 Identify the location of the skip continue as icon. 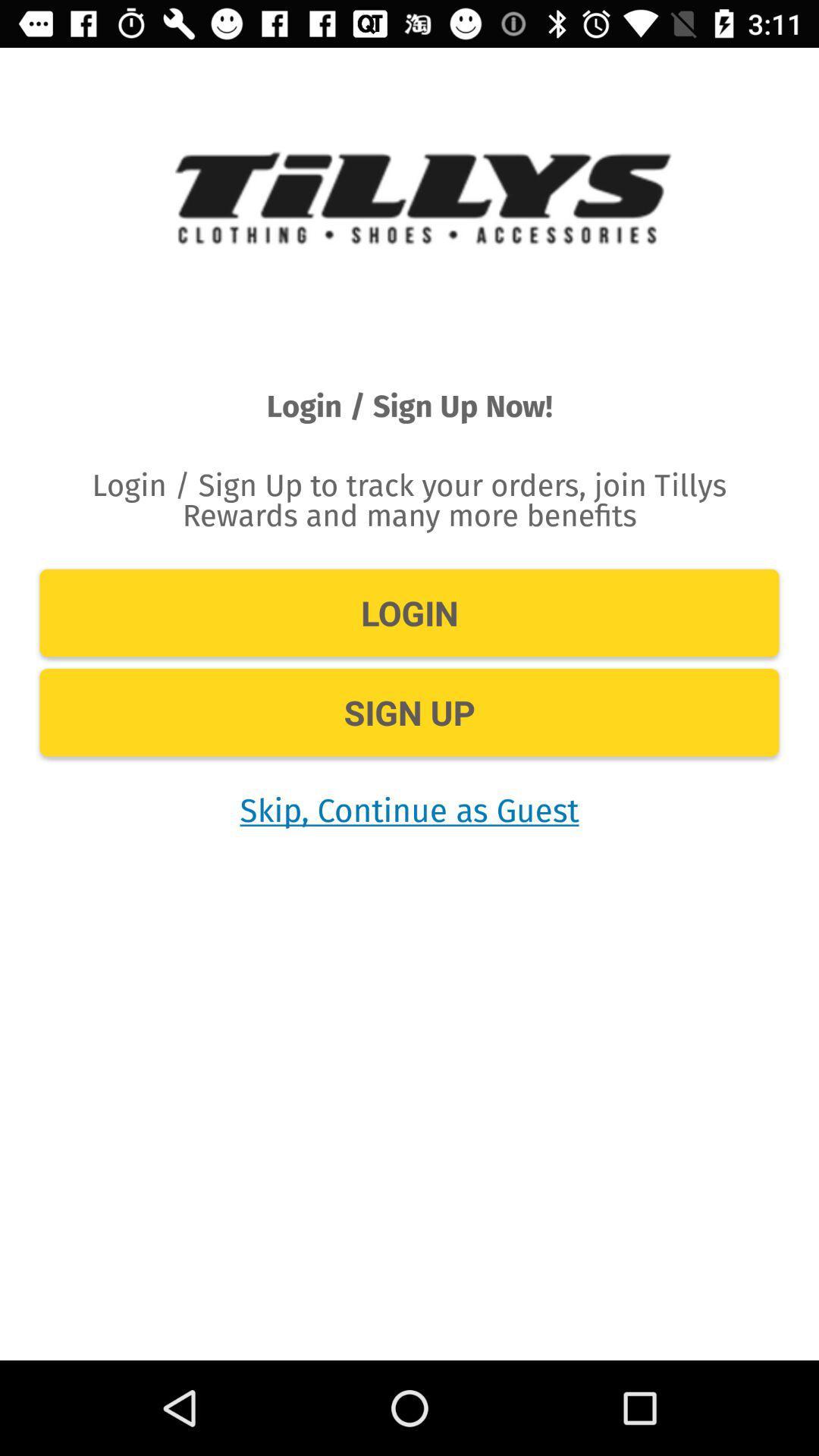
(409, 808).